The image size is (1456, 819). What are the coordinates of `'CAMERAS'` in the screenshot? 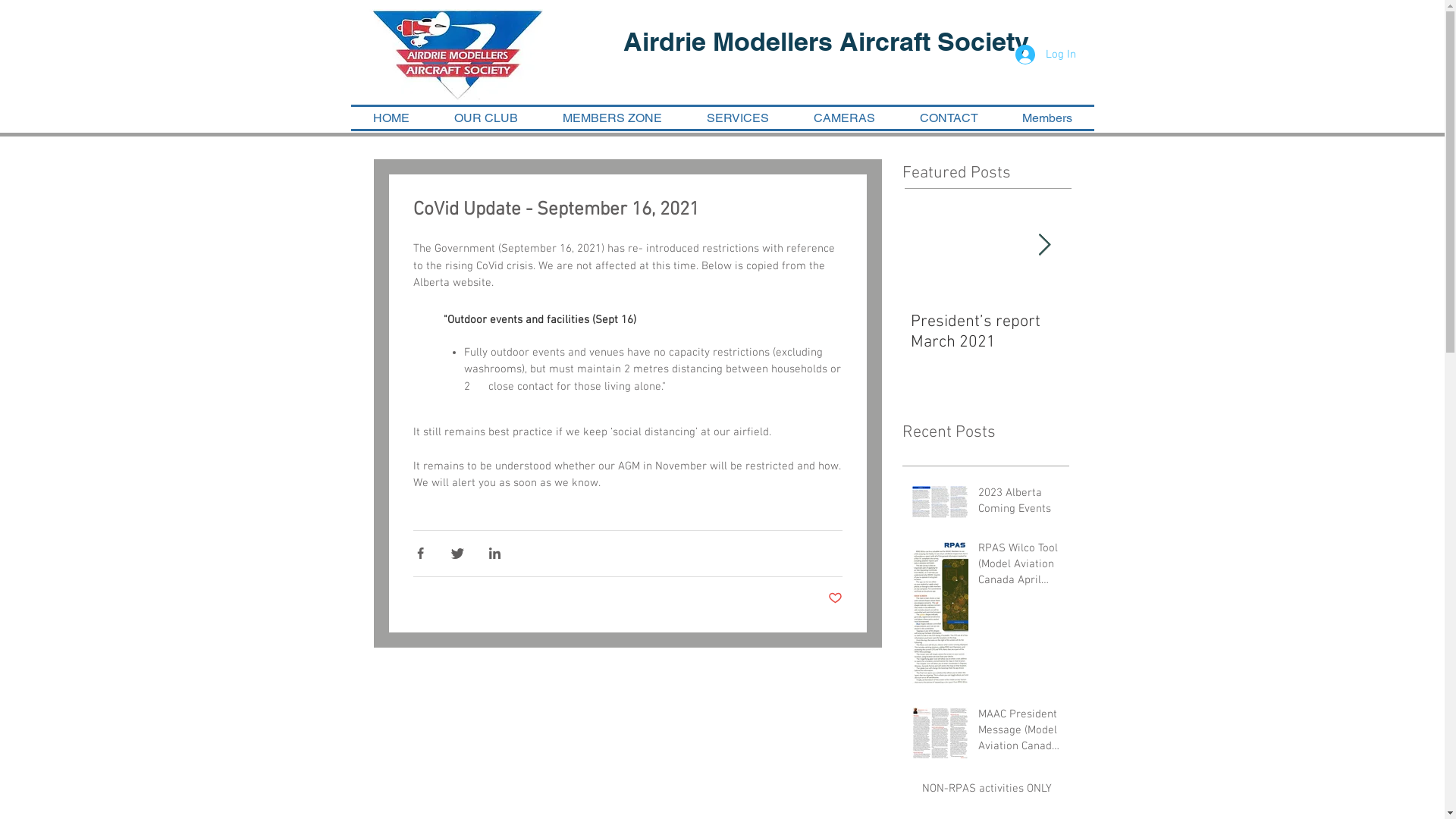 It's located at (843, 117).